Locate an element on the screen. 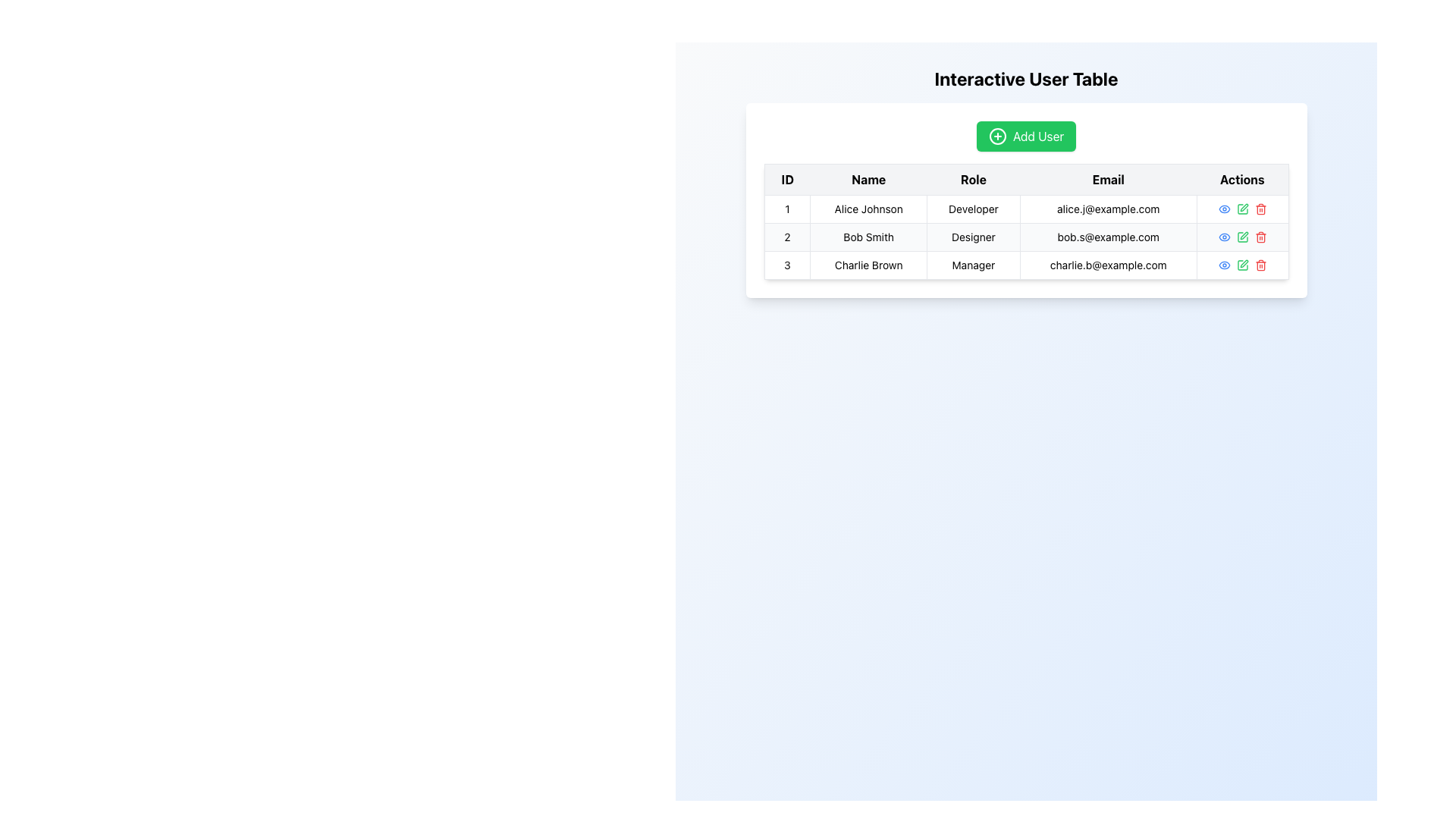  the user ID text element located in the first column of the first row of the 'Interactive User Table' is located at coordinates (787, 209).